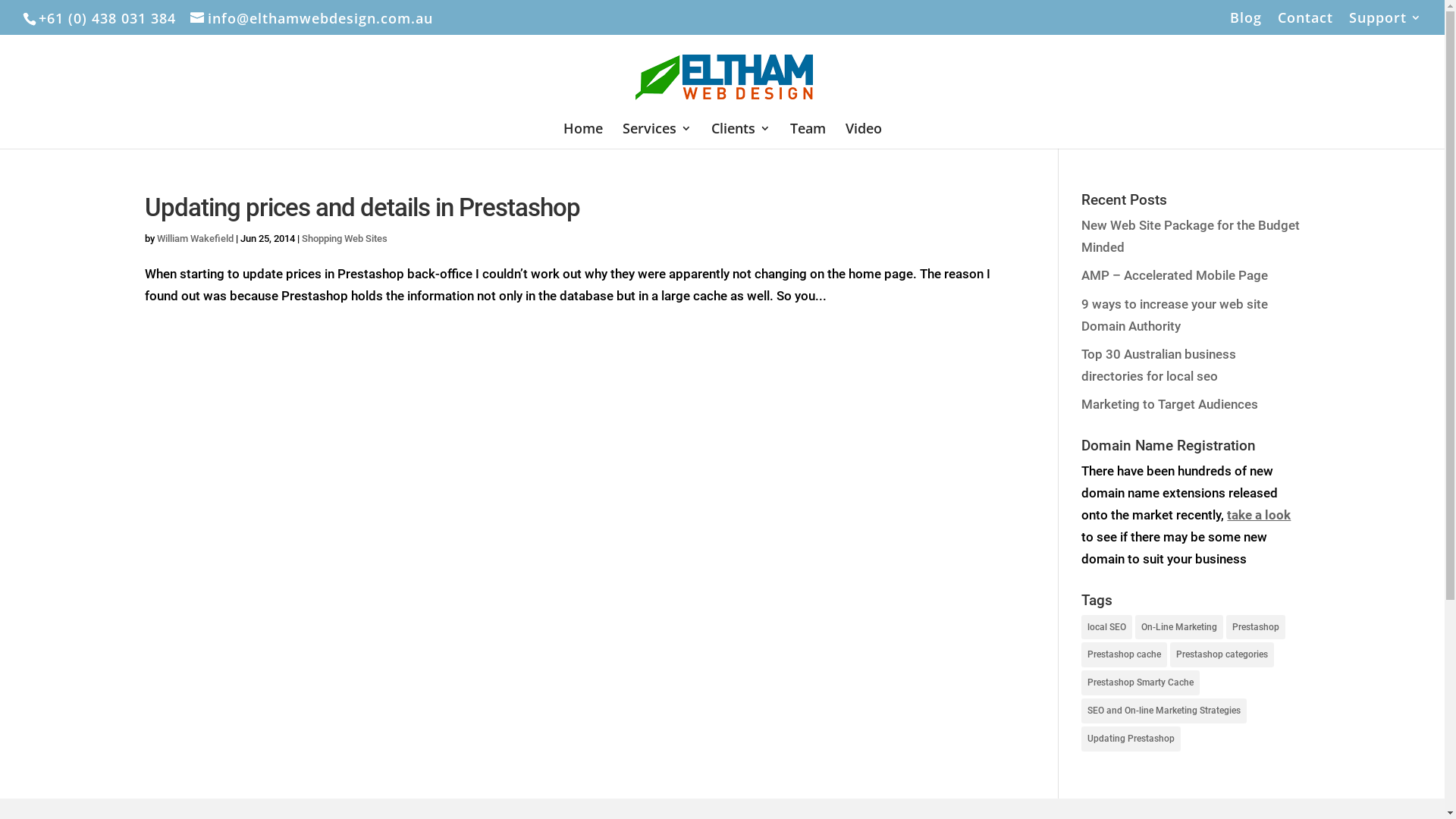 The width and height of the screenshot is (1456, 819). Describe the element at coordinates (193, 238) in the screenshot. I see `'William Wakefield'` at that location.